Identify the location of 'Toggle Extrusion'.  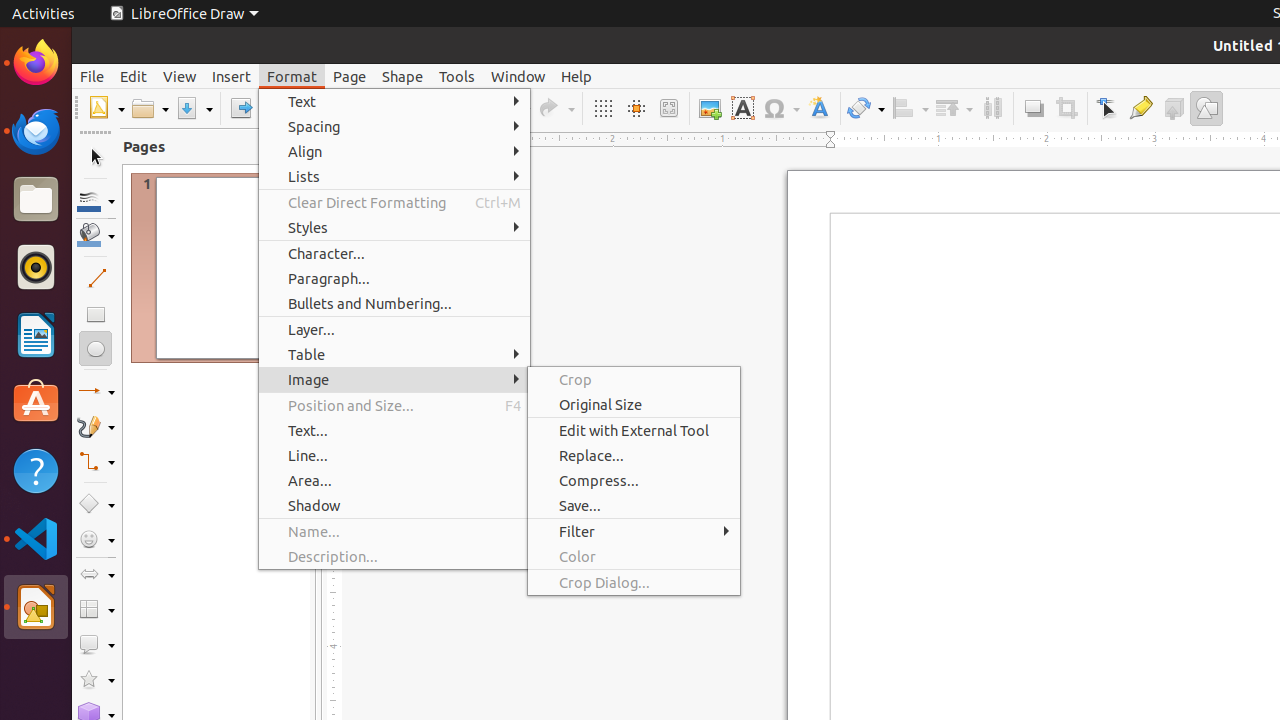
(1173, 108).